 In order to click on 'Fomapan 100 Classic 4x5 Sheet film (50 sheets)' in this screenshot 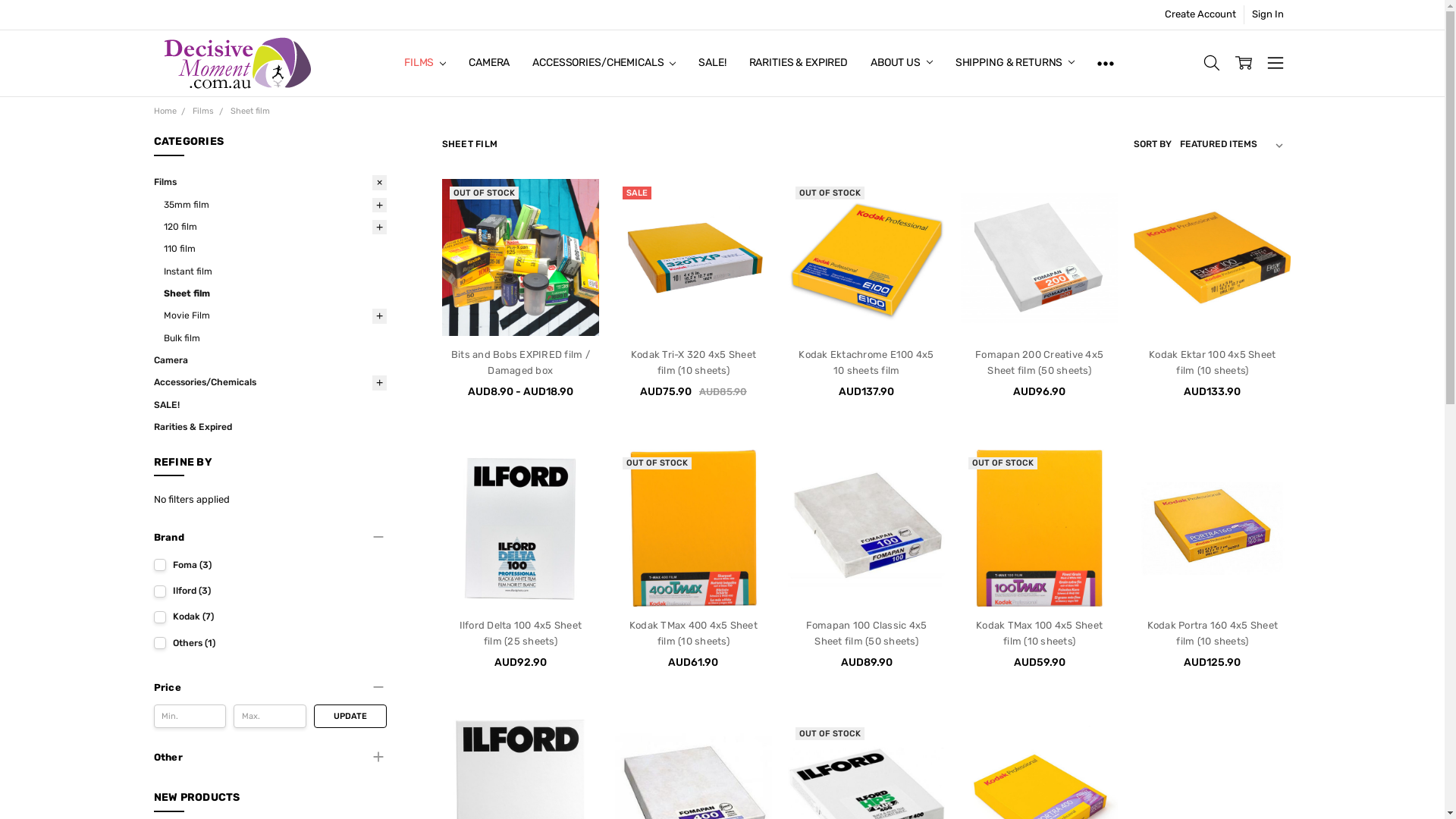, I will do `click(866, 632)`.